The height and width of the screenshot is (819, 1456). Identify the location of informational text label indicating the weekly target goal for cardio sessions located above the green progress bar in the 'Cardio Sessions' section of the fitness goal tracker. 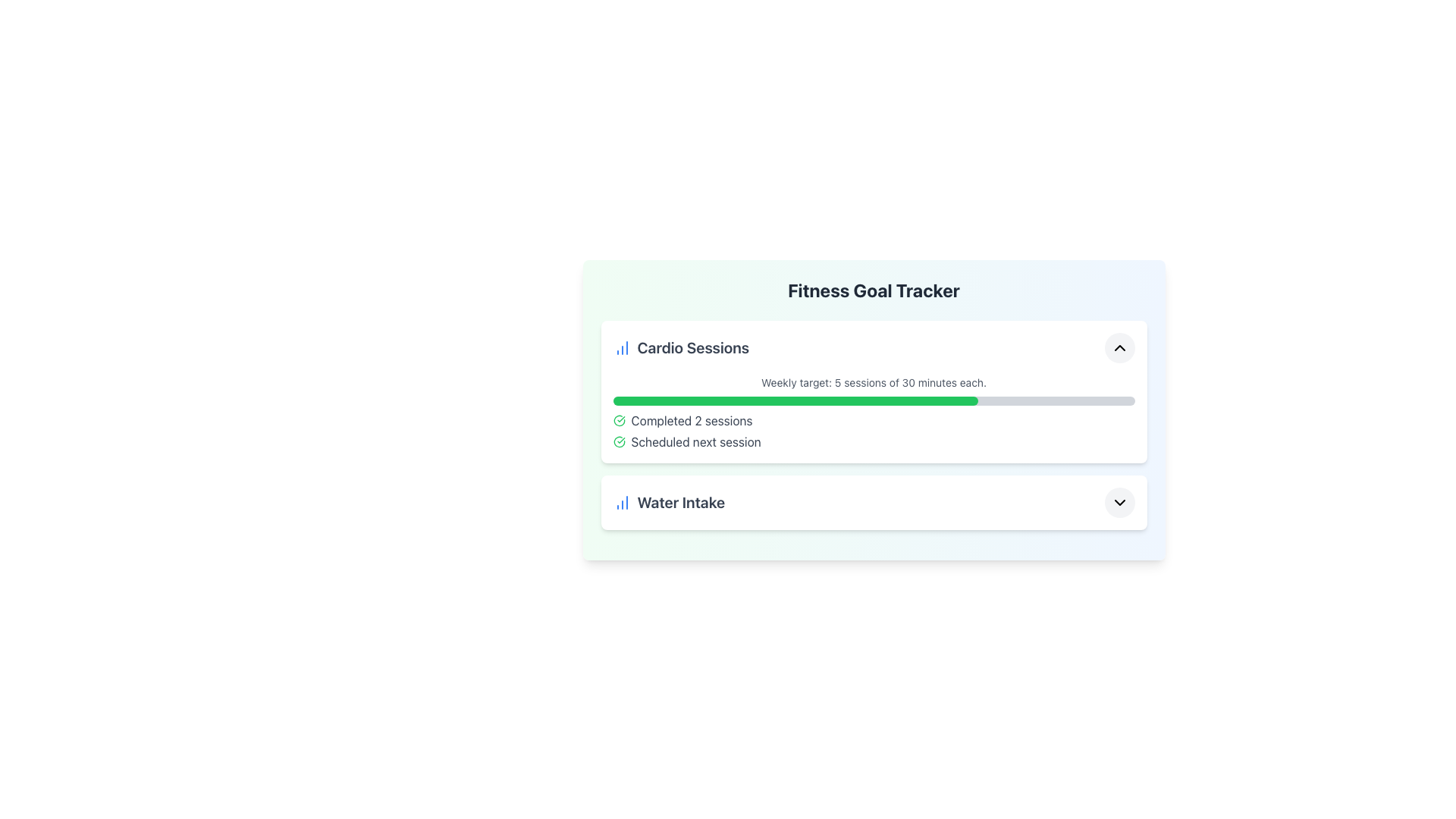
(874, 382).